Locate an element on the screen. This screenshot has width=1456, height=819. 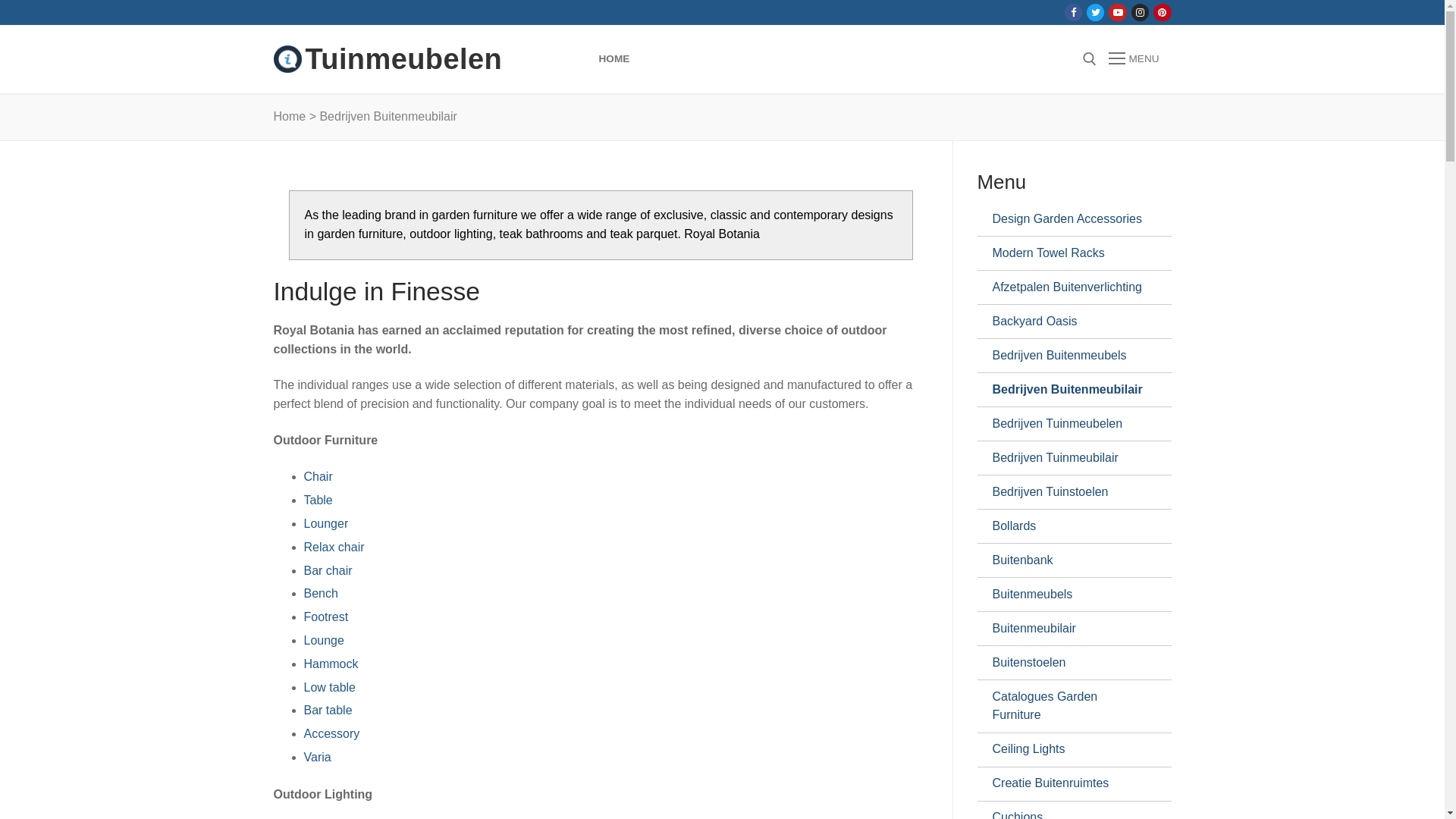
'Bedrijven Tuinstoelen' is located at coordinates (1066, 491).